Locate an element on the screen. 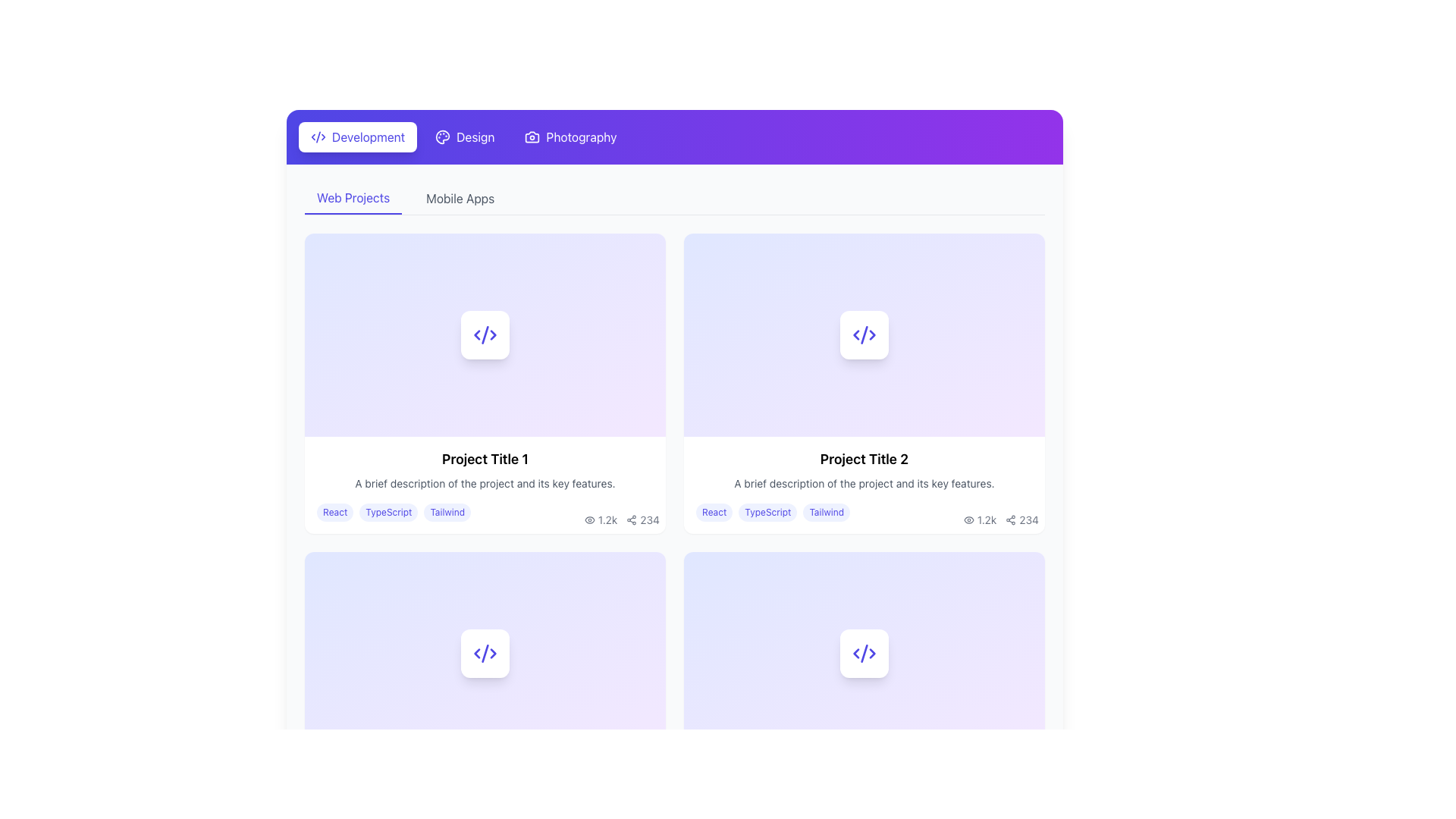  the 'React' label, which is a small pill-shaped button with a light indigo background and dark indigo text, located on the far left of the horizontal group of labels at the bottom of the 'Project Title 2' card is located at coordinates (714, 512).